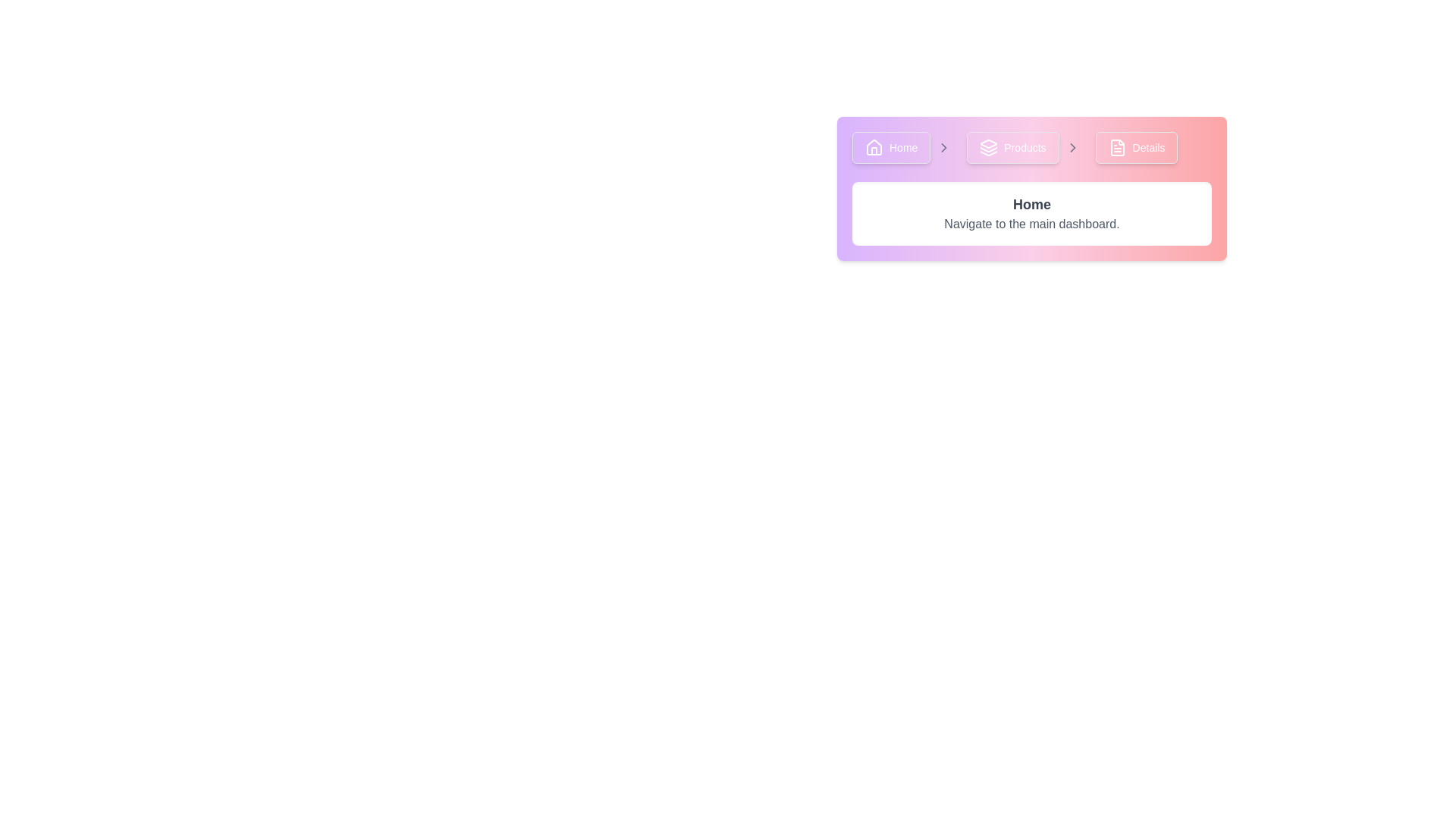  What do you see at coordinates (1031, 224) in the screenshot?
I see `the text label displaying 'Navigate to the main dashboard.' positioned below the 'Home' heading` at bounding box center [1031, 224].